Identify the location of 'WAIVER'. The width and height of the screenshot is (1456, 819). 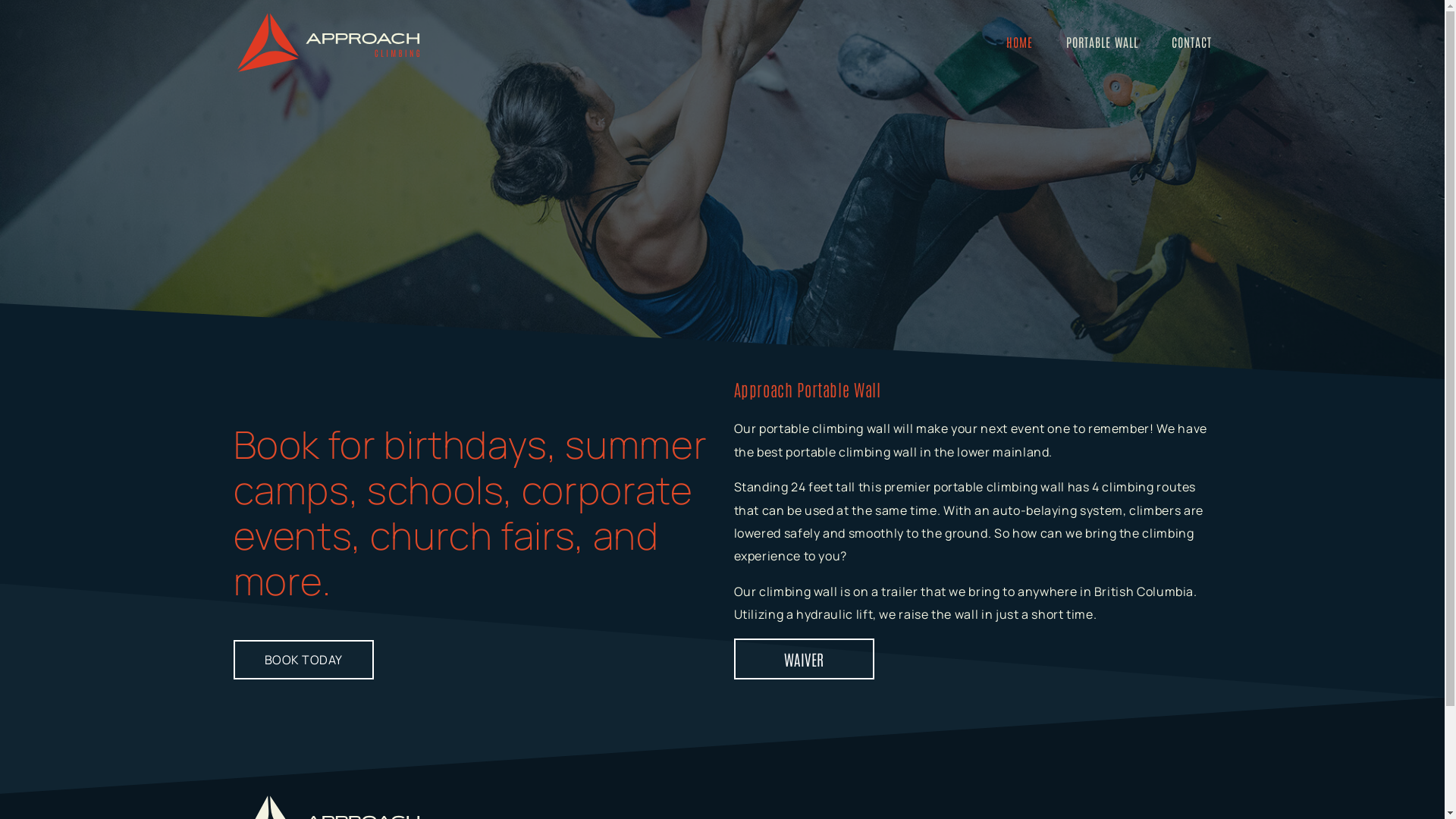
(803, 657).